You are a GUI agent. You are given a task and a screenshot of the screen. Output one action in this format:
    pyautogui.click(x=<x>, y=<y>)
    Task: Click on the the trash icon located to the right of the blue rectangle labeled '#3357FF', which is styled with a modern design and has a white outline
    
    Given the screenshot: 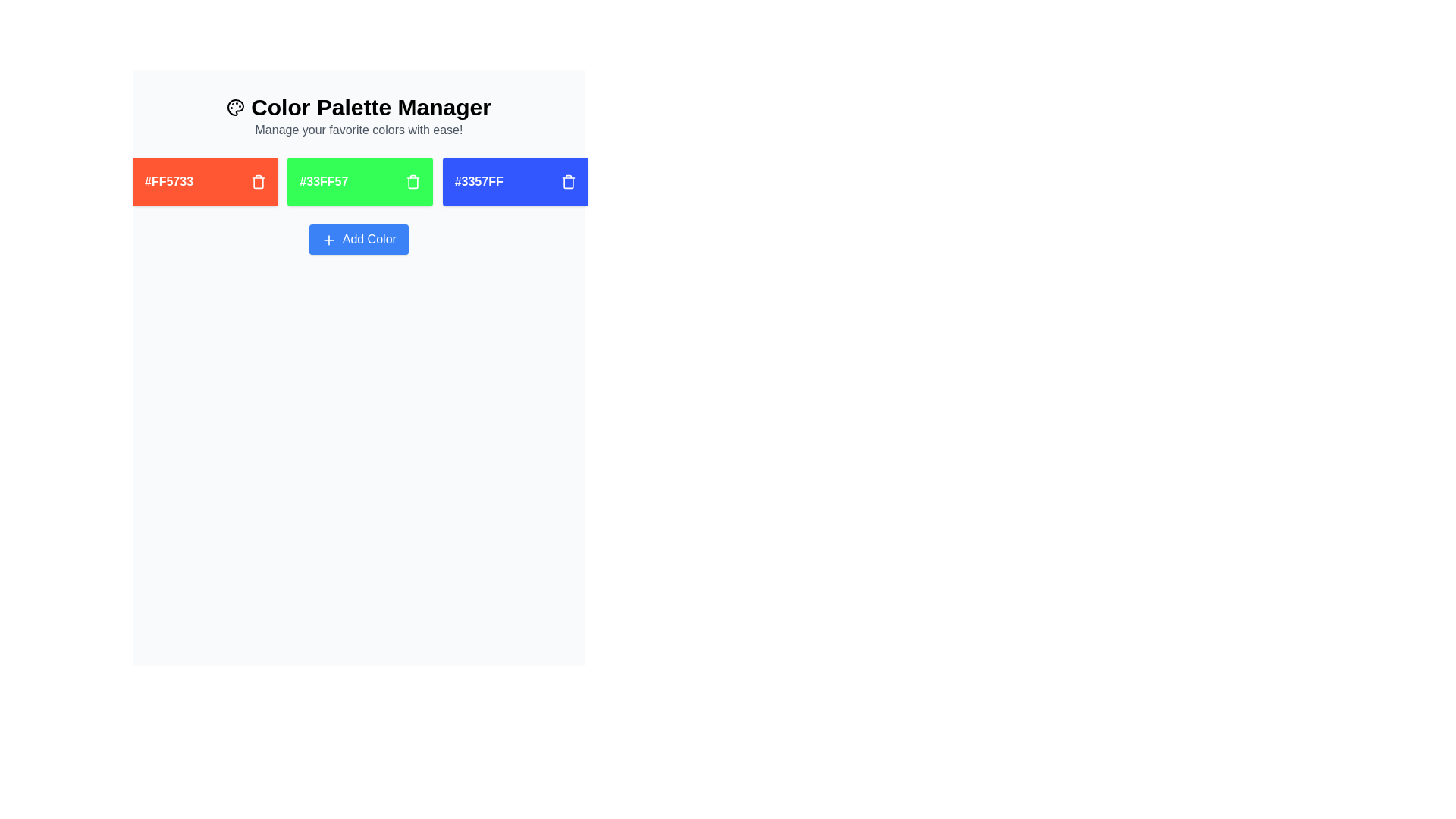 What is the action you would take?
    pyautogui.click(x=567, y=182)
    